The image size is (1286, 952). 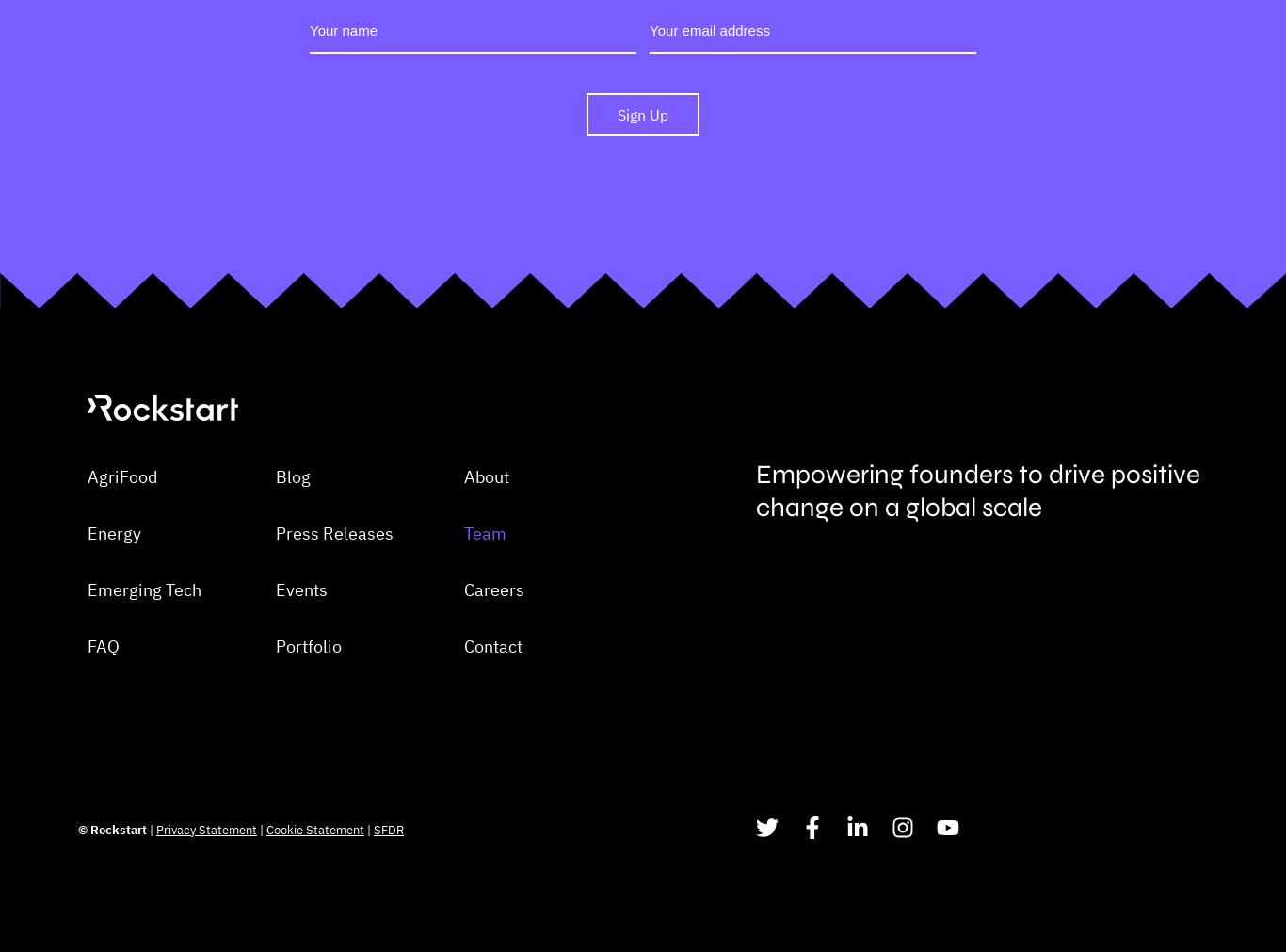 I want to click on 'About', so click(x=485, y=570).